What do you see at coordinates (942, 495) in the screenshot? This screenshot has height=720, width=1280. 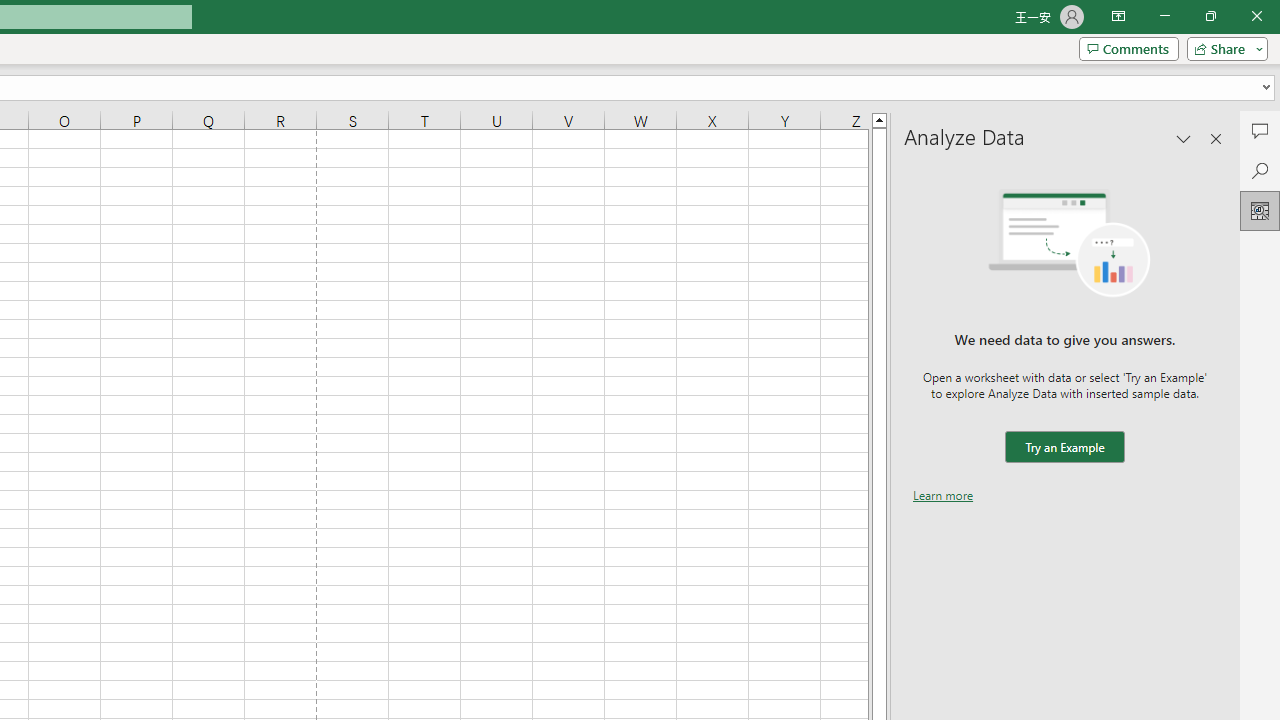 I see `'Learn more'` at bounding box center [942, 495].